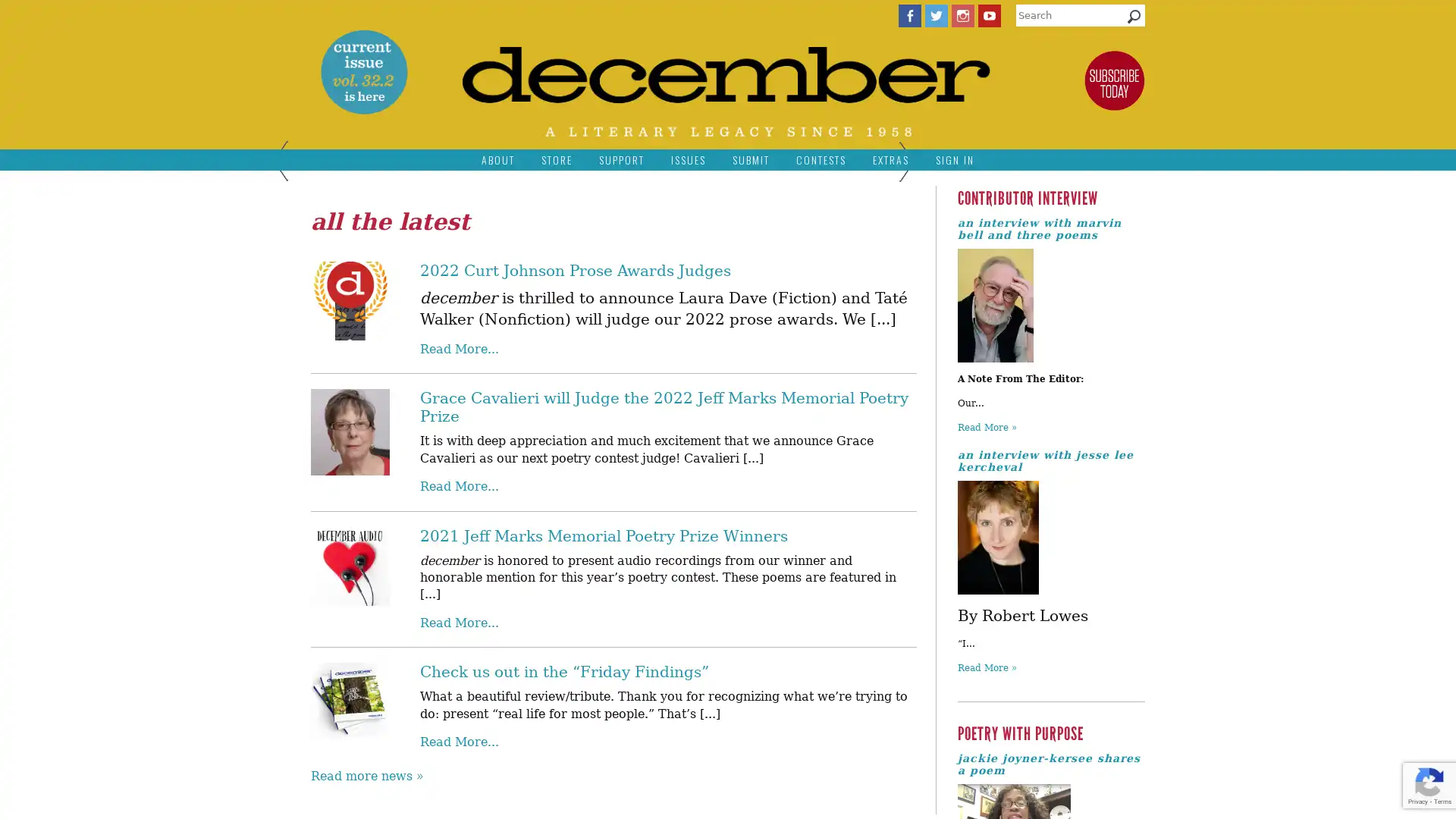 This screenshot has height=819, width=1456. Describe the element at coordinates (1134, 20) in the screenshot. I see `Search` at that location.